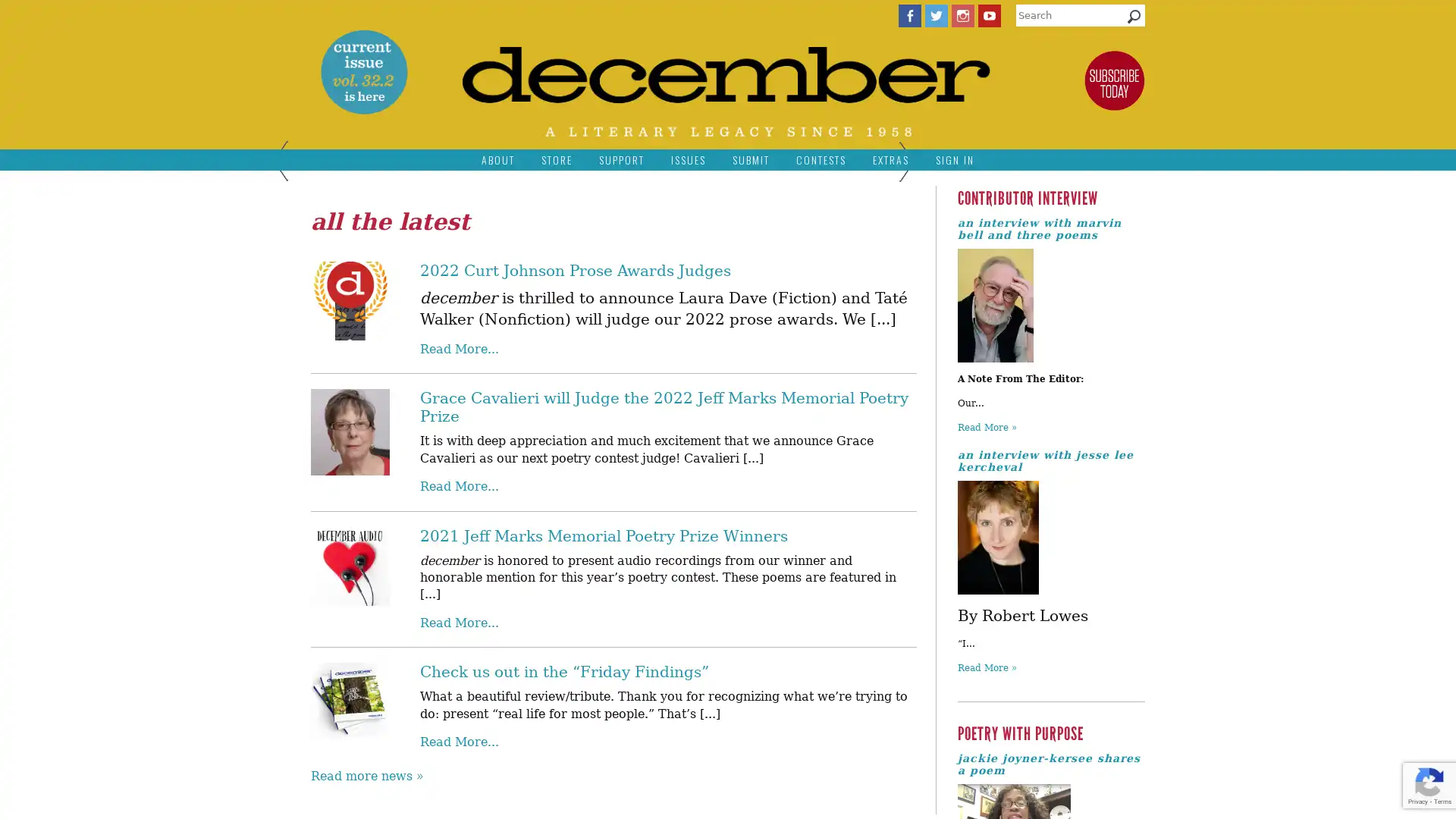 This screenshot has height=819, width=1456. Describe the element at coordinates (1134, 20) in the screenshot. I see `Search` at that location.